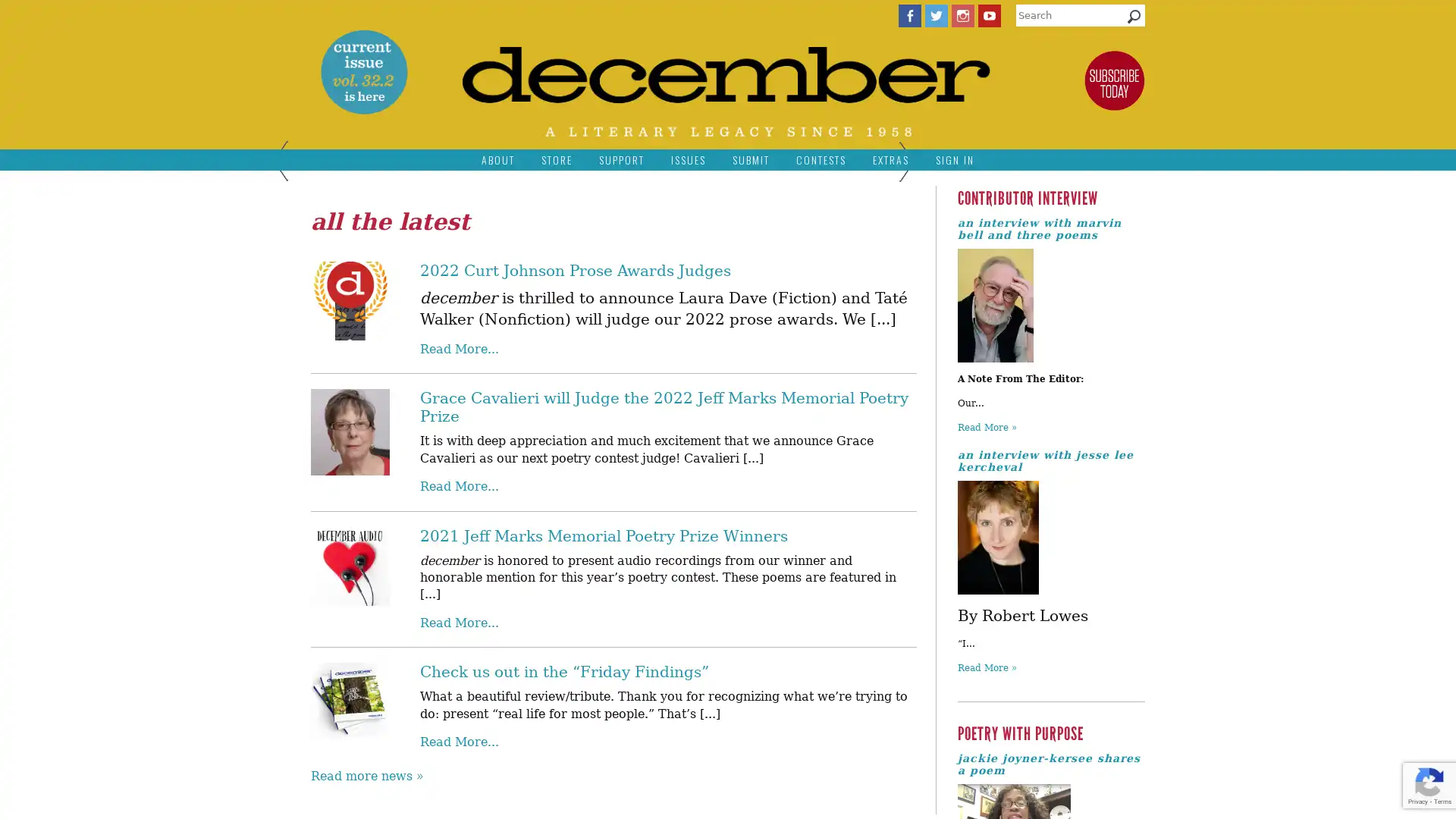 This screenshot has height=819, width=1456. Describe the element at coordinates (1134, 20) in the screenshot. I see `Search` at that location.